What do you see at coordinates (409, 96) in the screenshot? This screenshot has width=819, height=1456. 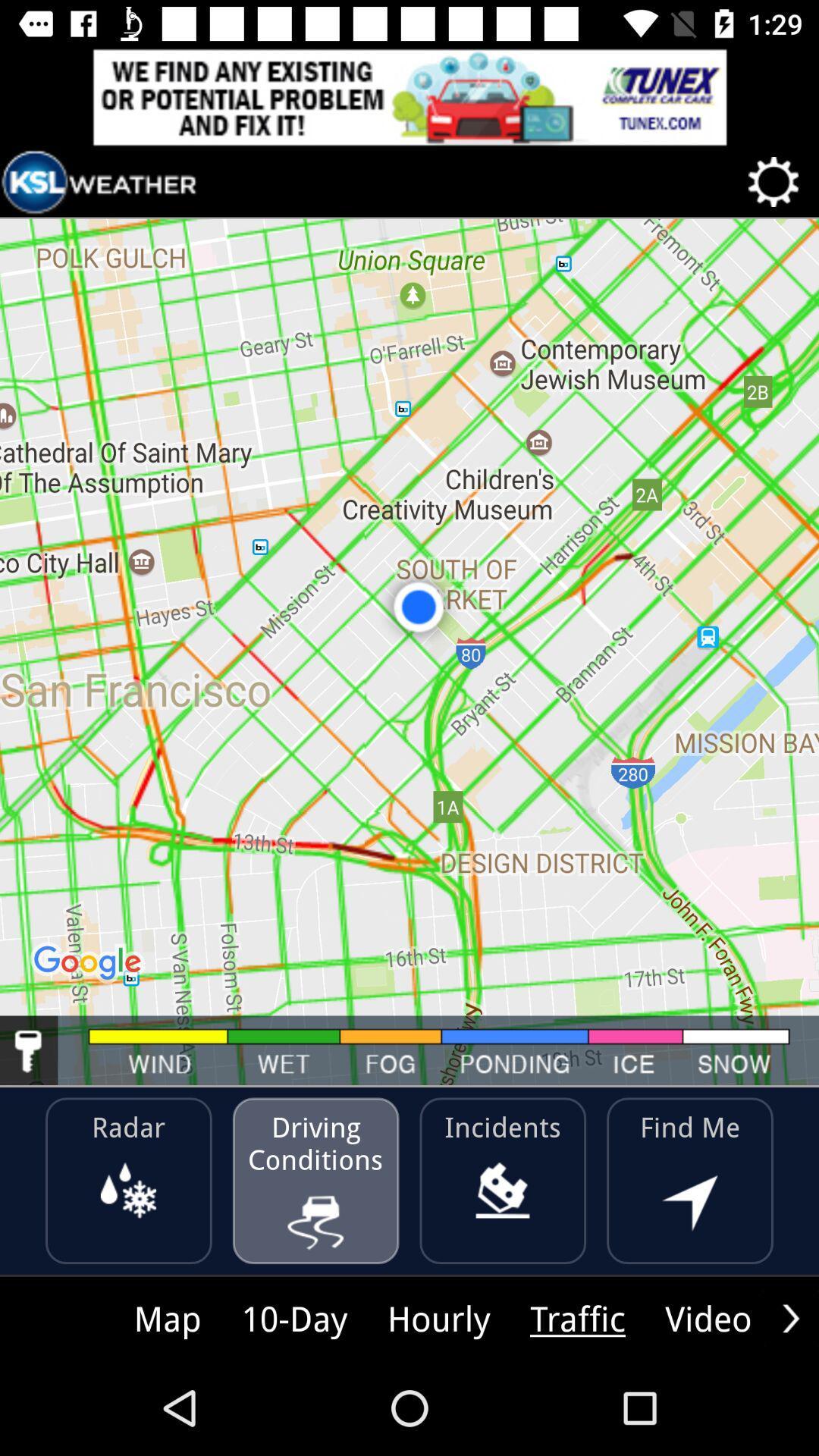 I see `advertisement` at bounding box center [409, 96].